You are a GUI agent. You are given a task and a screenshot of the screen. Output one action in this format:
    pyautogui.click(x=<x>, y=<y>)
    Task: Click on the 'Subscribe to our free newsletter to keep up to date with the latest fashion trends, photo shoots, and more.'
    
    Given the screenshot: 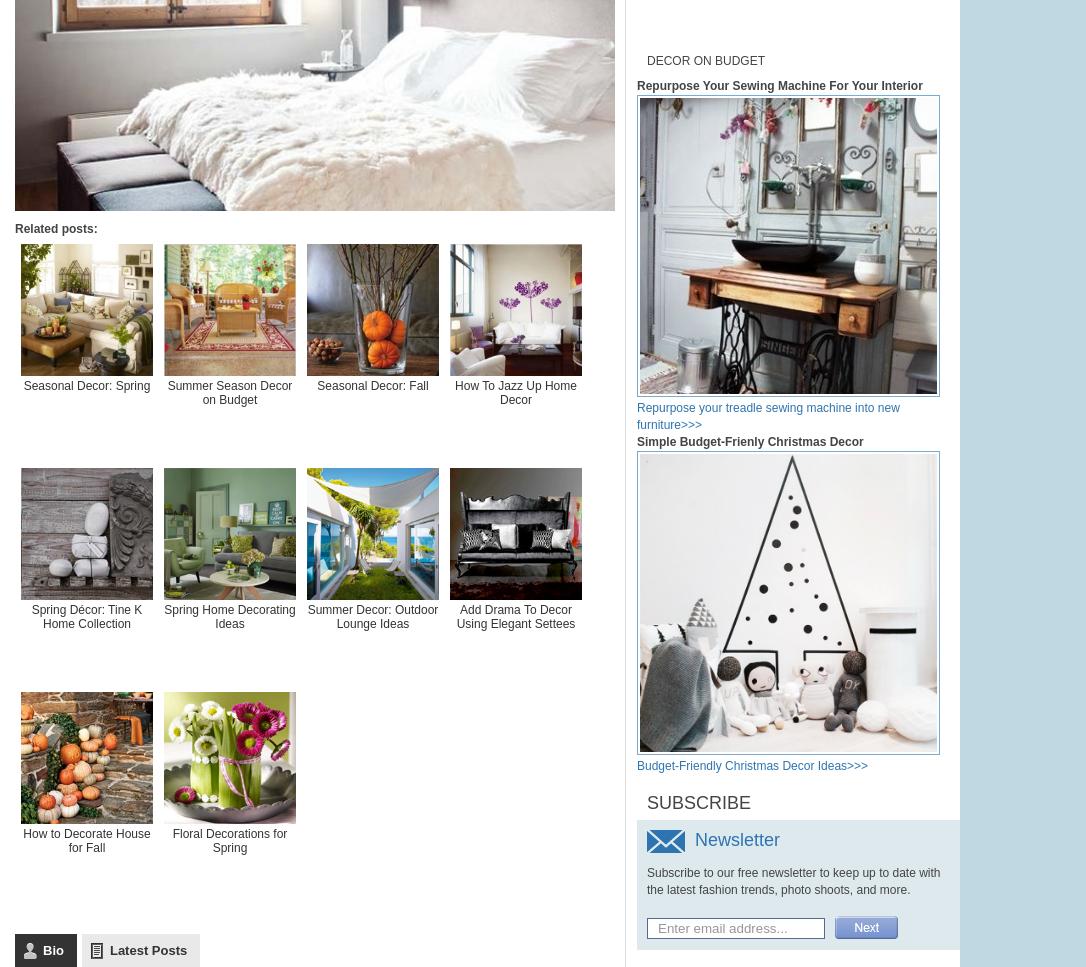 What is the action you would take?
    pyautogui.click(x=793, y=880)
    